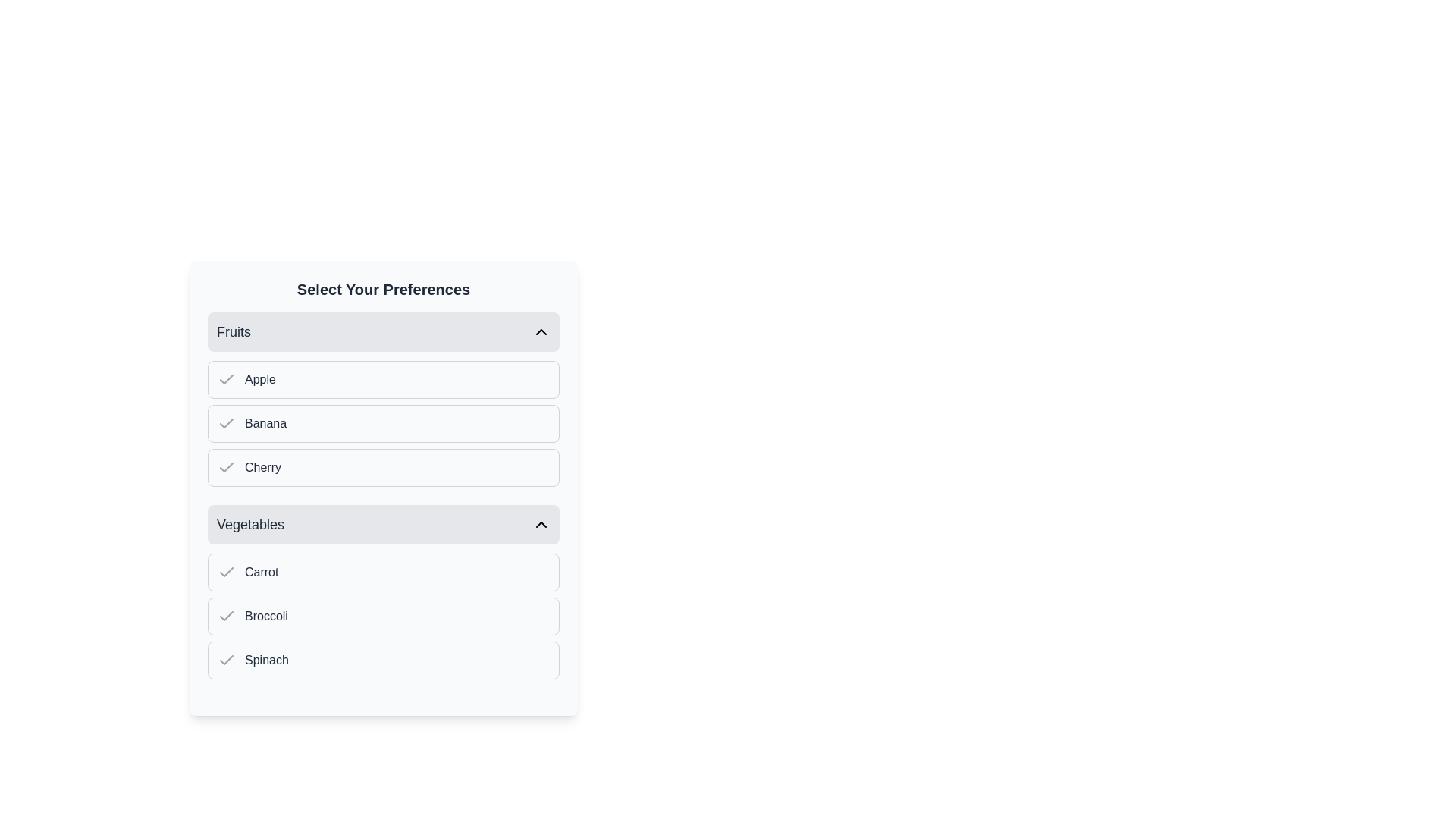 The width and height of the screenshot is (1456, 819). What do you see at coordinates (225, 660) in the screenshot?
I see `the small, gray checkmark-shaped icon located to the left of the label 'Spinach'` at bounding box center [225, 660].